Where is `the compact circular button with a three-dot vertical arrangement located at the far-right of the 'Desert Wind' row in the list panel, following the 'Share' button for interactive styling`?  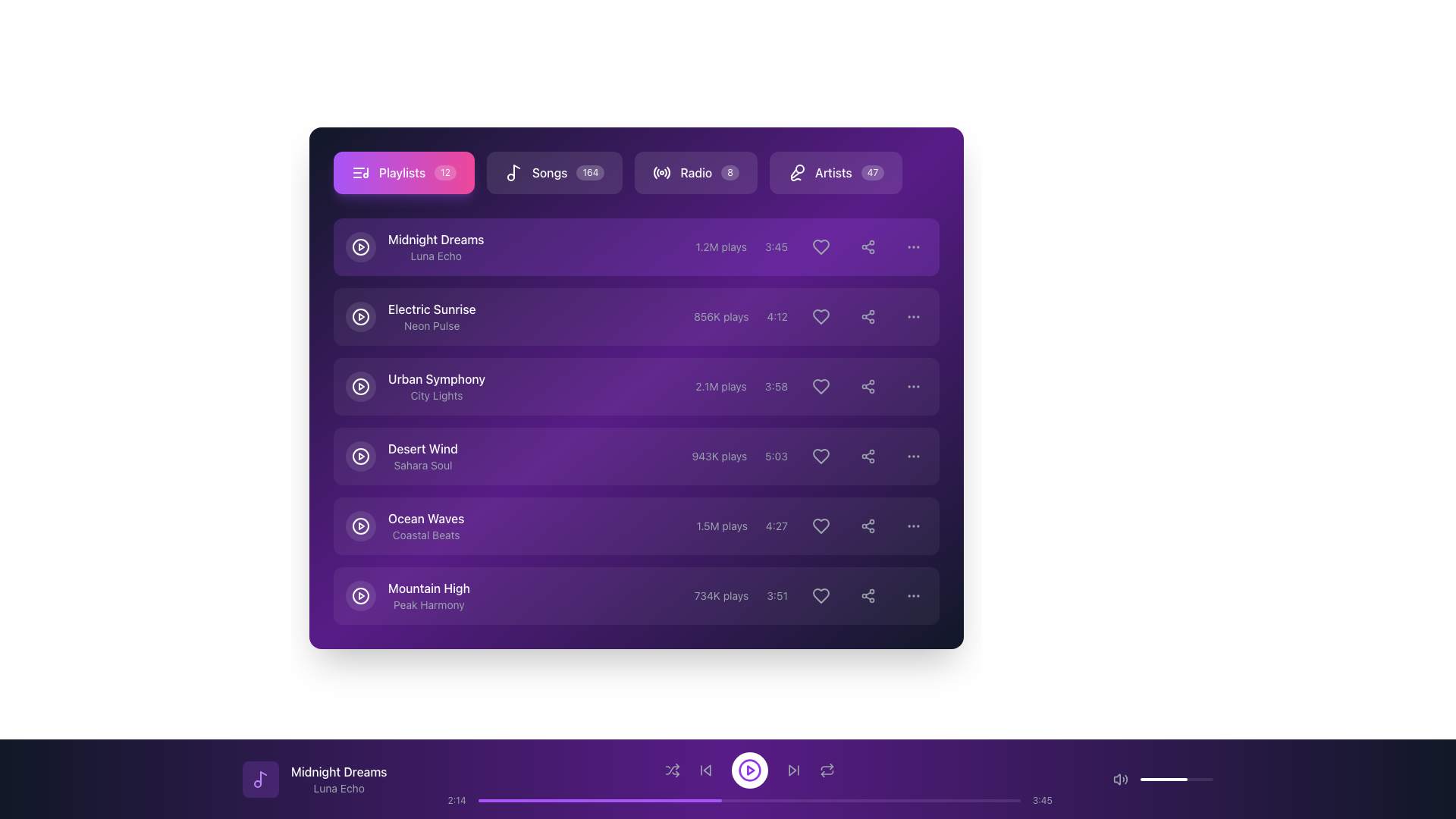
the compact circular button with a three-dot vertical arrangement located at the far-right of the 'Desert Wind' row in the list panel, following the 'Share' button for interactive styling is located at coordinates (912, 455).